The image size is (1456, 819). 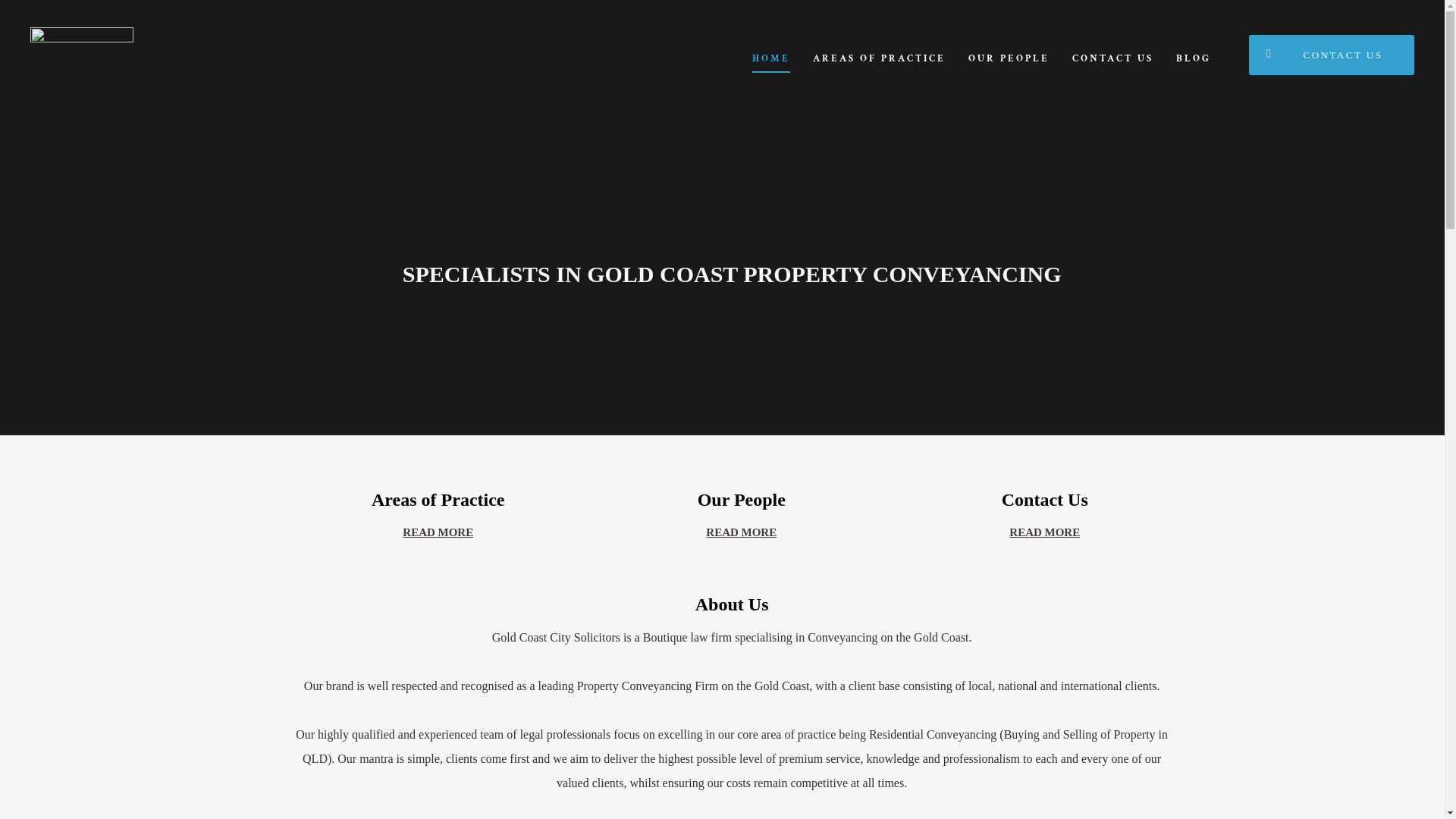 What do you see at coordinates (437, 532) in the screenshot?
I see `'READ MORE'` at bounding box center [437, 532].